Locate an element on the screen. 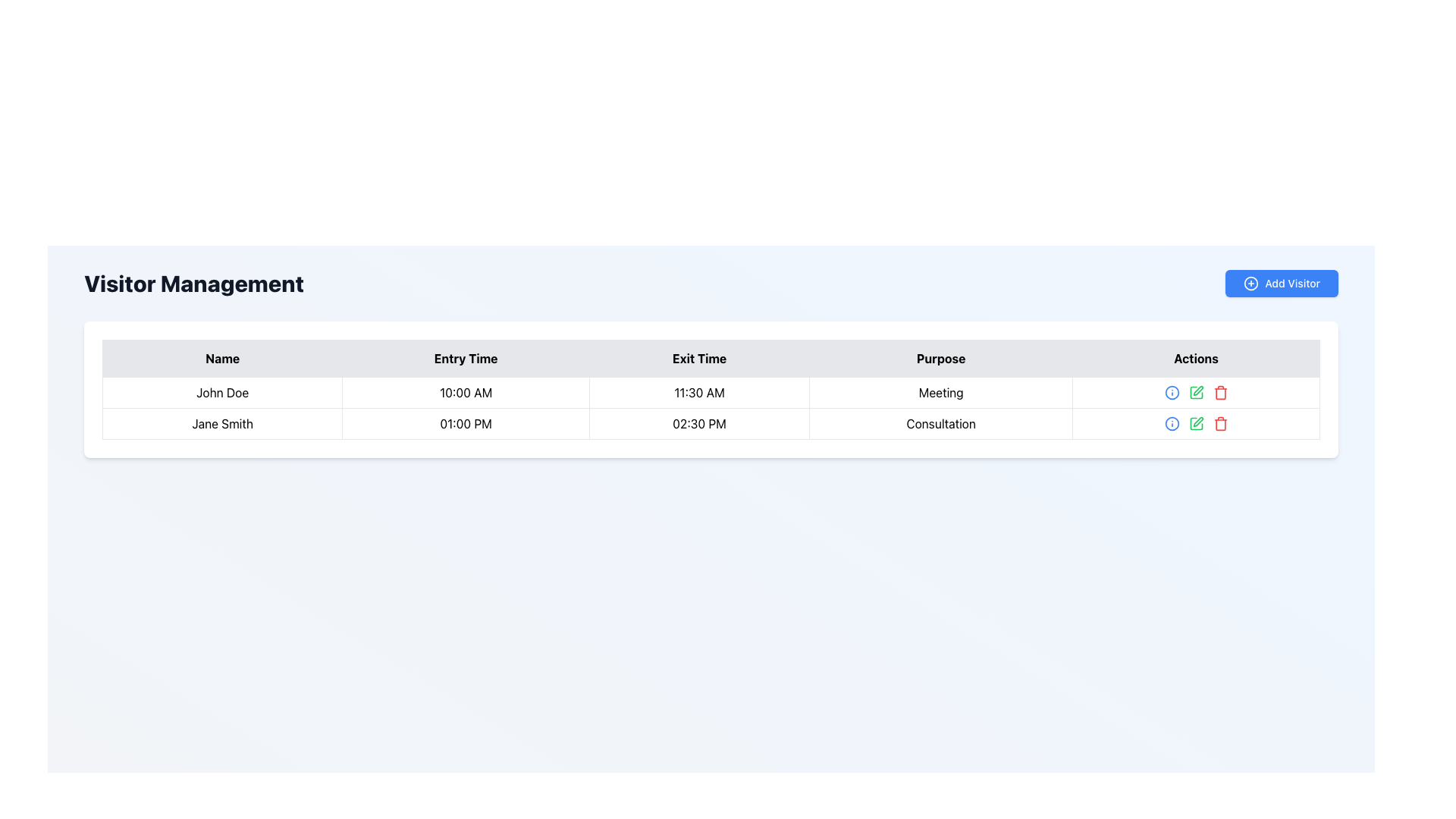 The width and height of the screenshot is (1456, 819). the second button from the left is located at coordinates (1171, 391).